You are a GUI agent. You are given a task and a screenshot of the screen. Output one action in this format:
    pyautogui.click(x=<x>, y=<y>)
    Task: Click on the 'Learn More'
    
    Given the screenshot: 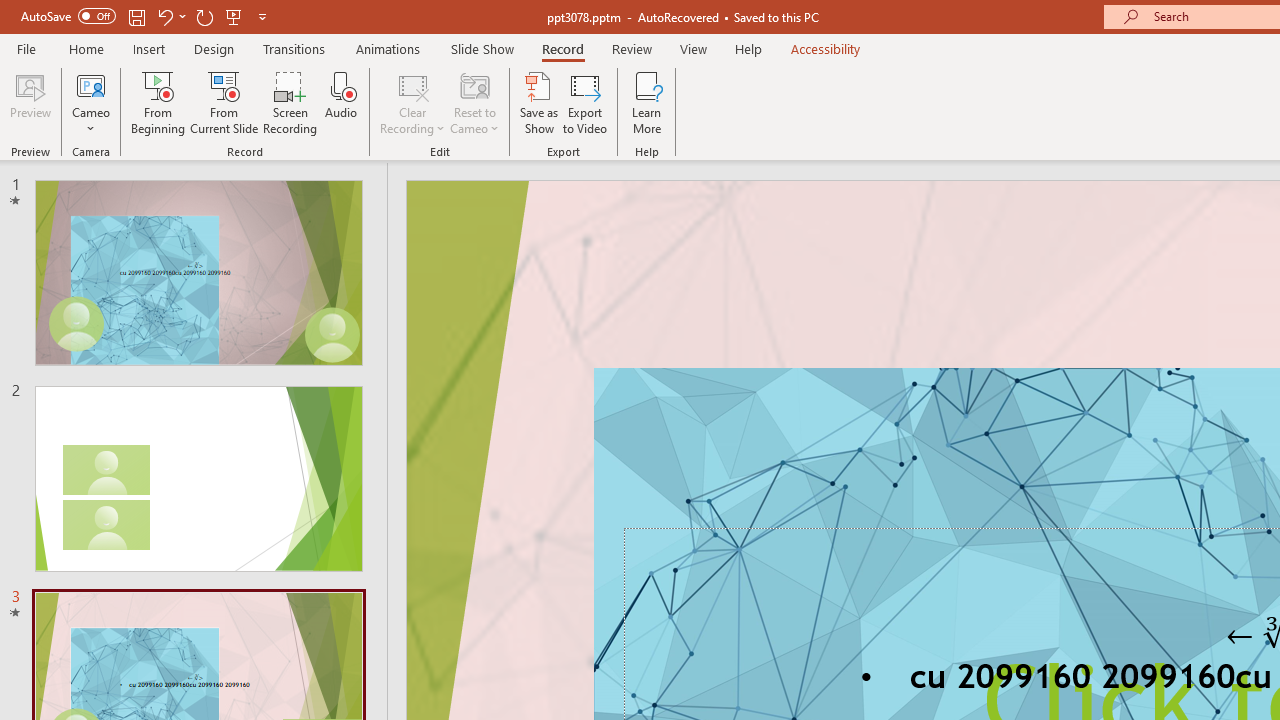 What is the action you would take?
    pyautogui.click(x=647, y=103)
    